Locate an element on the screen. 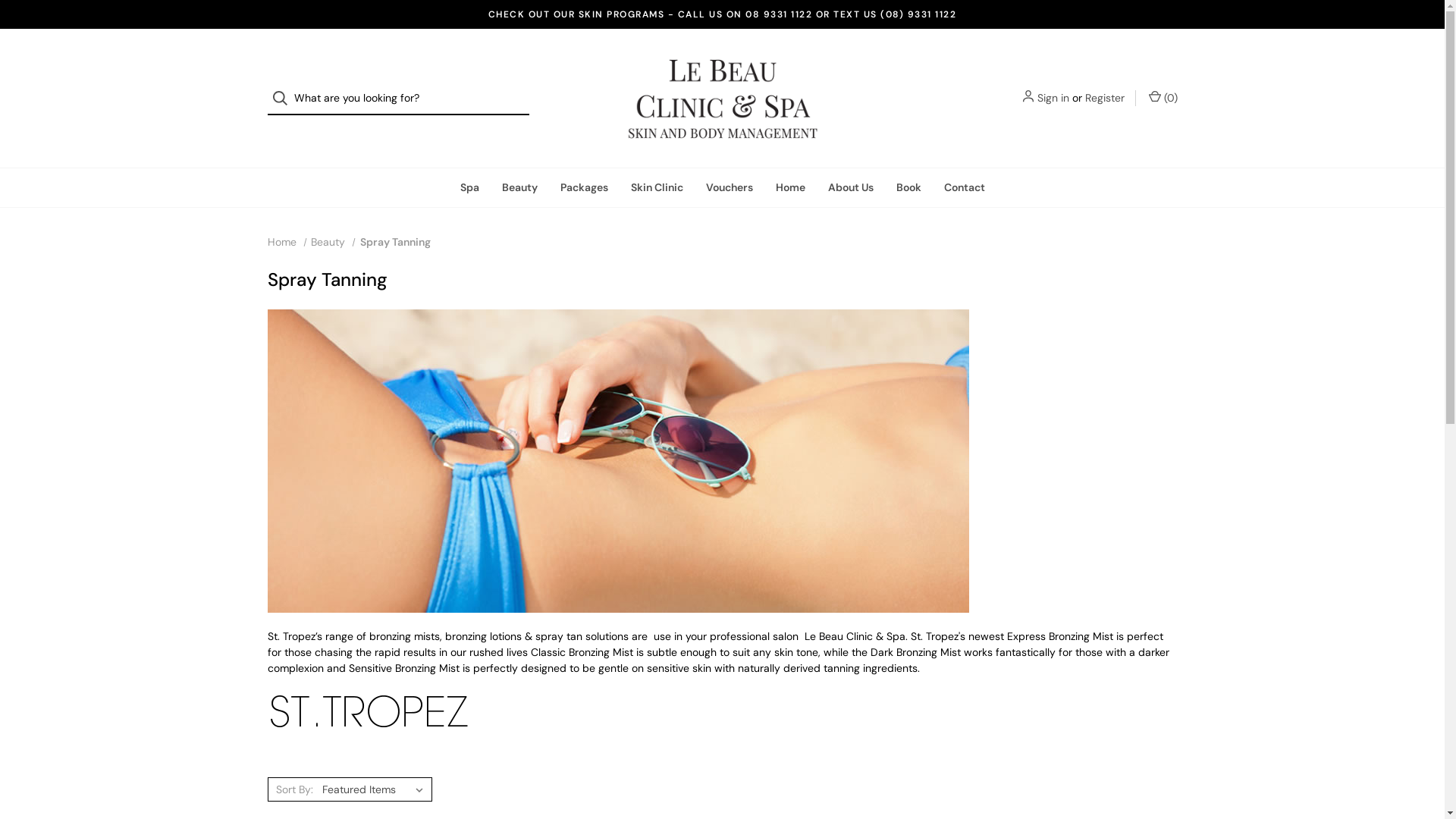 Image resolution: width=1456 pixels, height=819 pixels. 'Contact' is located at coordinates (964, 187).